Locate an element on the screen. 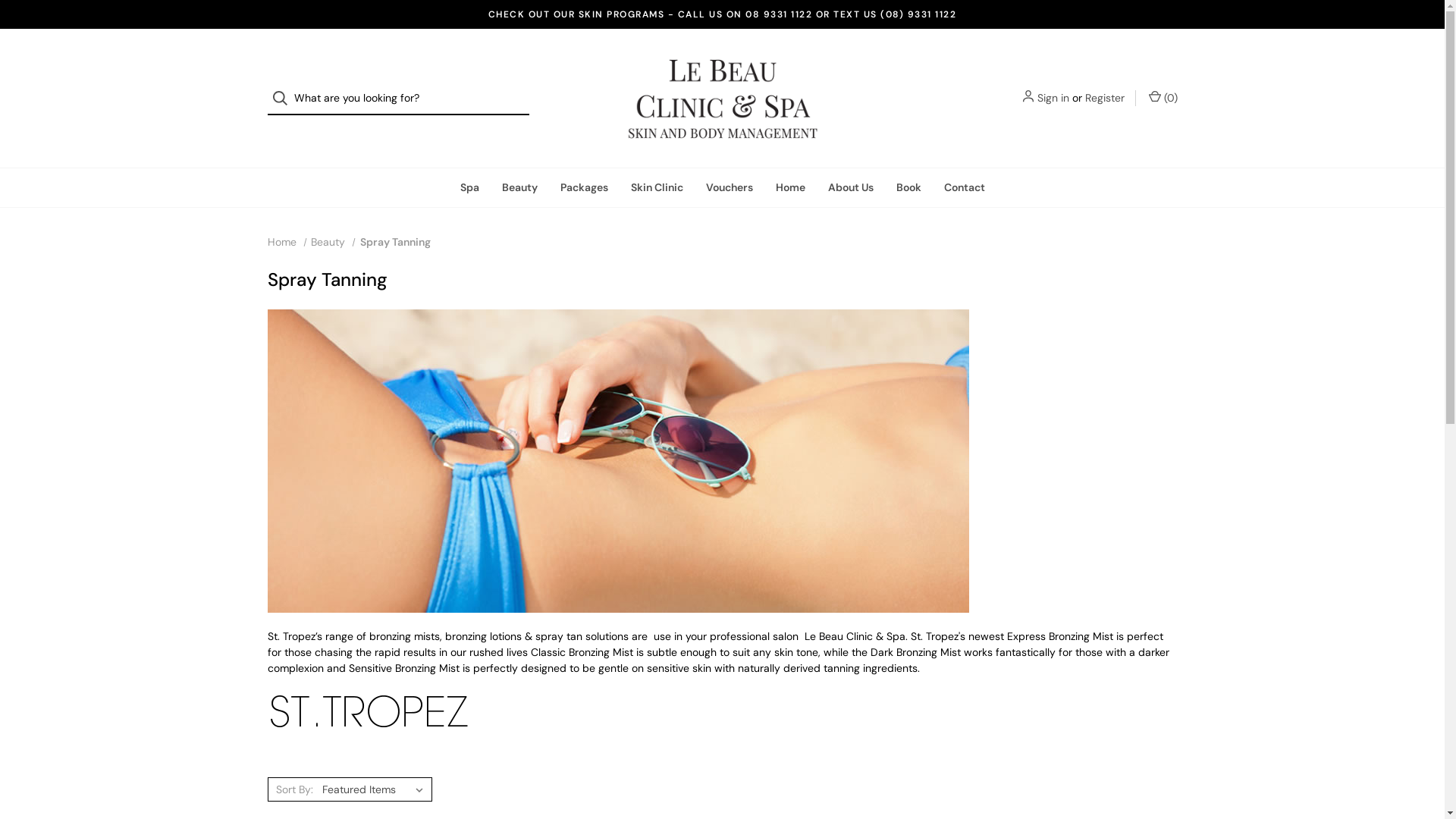 Image resolution: width=1456 pixels, height=819 pixels. 'Contact' is located at coordinates (964, 187).